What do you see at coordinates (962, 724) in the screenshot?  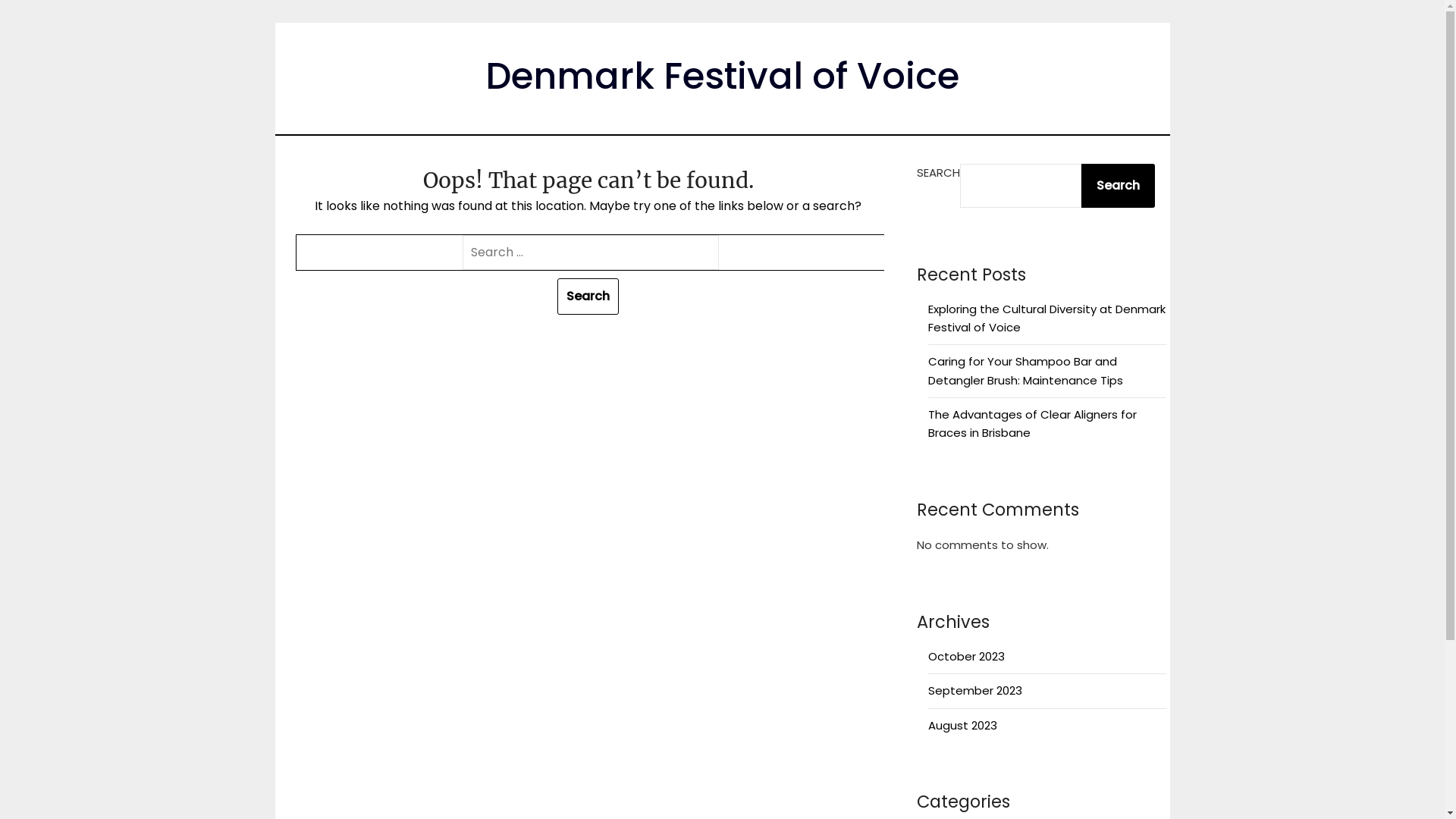 I see `'August 2023'` at bounding box center [962, 724].